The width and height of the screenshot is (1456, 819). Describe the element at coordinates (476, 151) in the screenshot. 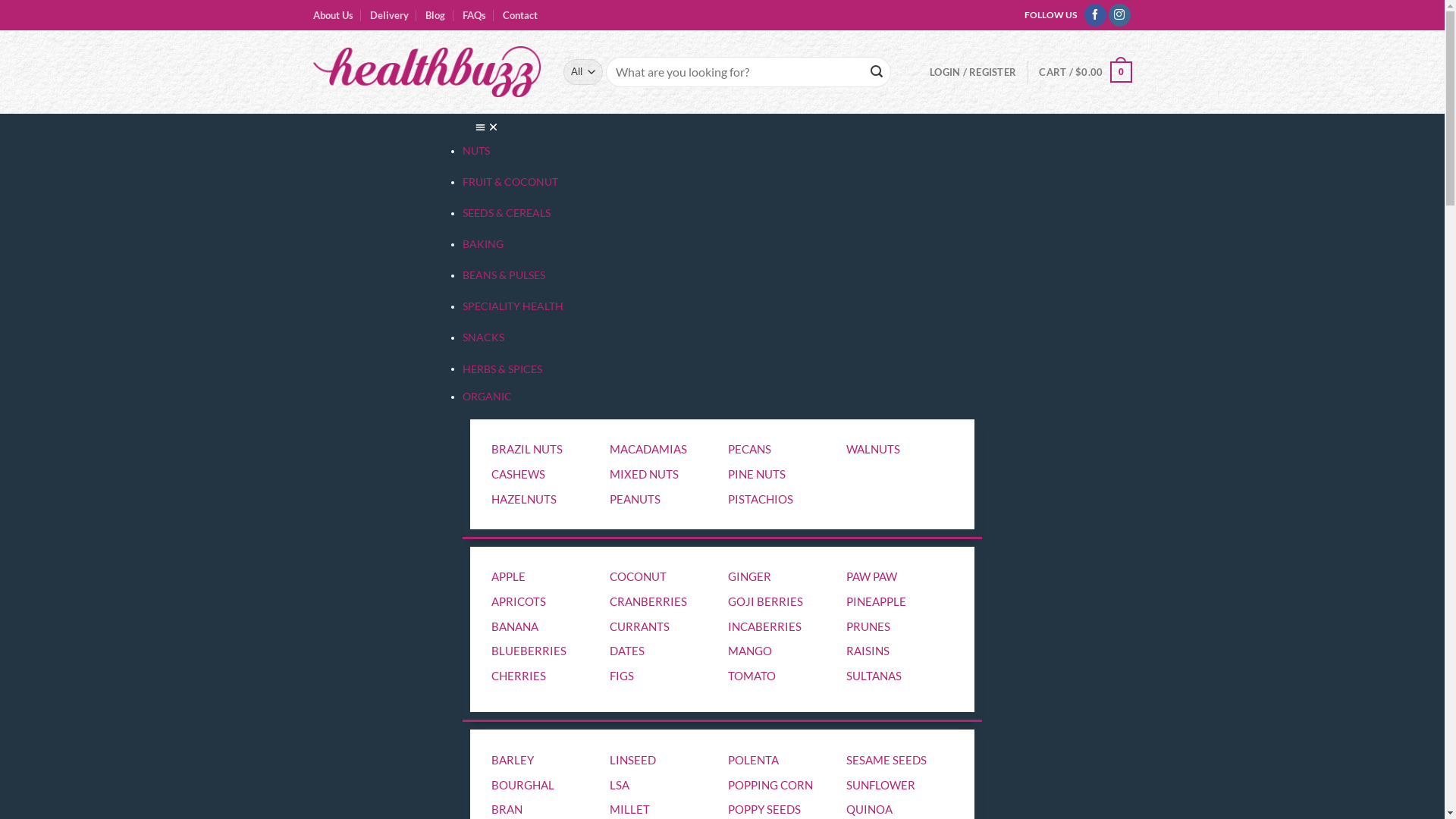

I see `'NUTS'` at that location.